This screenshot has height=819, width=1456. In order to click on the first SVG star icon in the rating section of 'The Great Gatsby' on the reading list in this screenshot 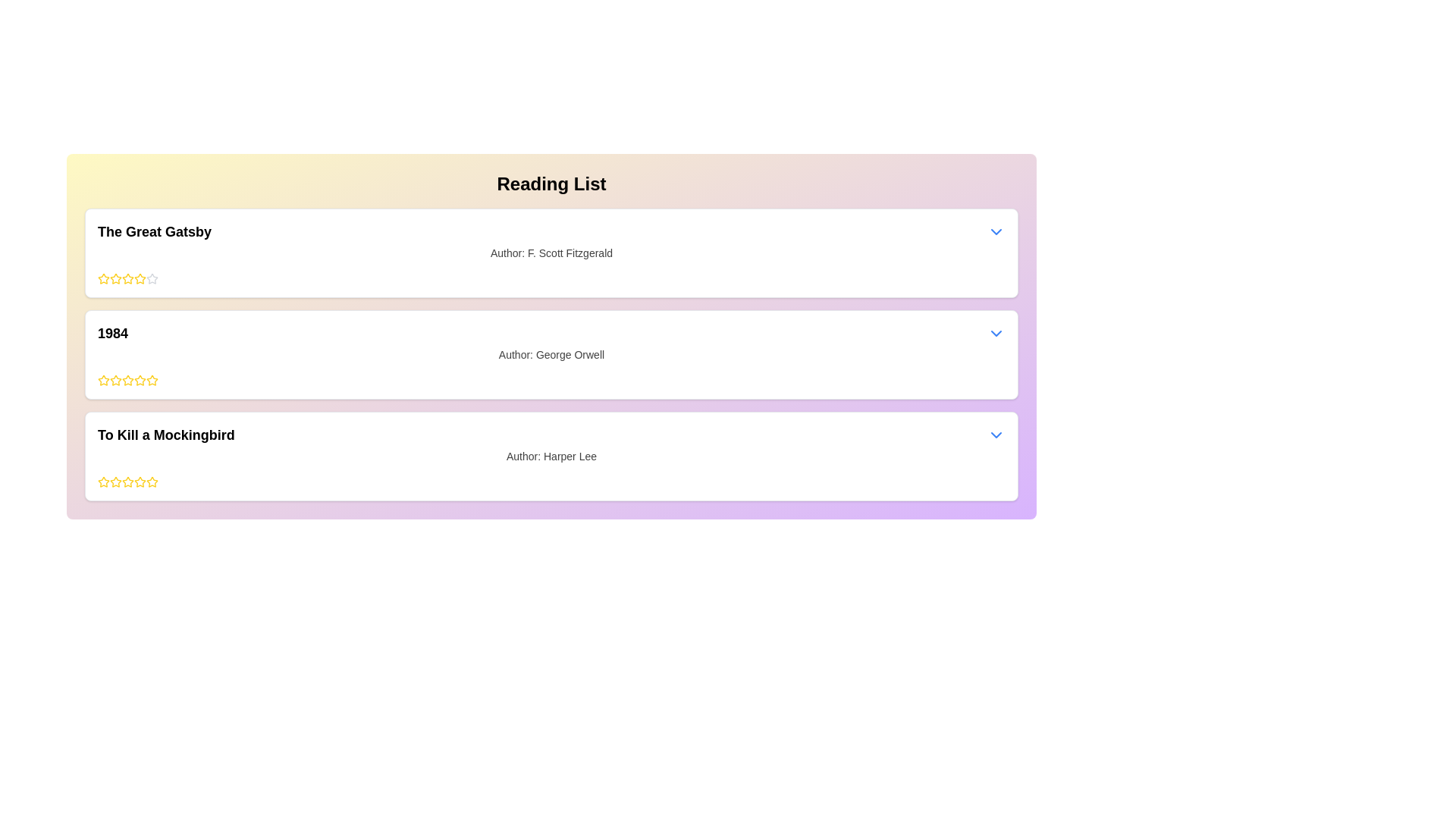, I will do `click(103, 278)`.